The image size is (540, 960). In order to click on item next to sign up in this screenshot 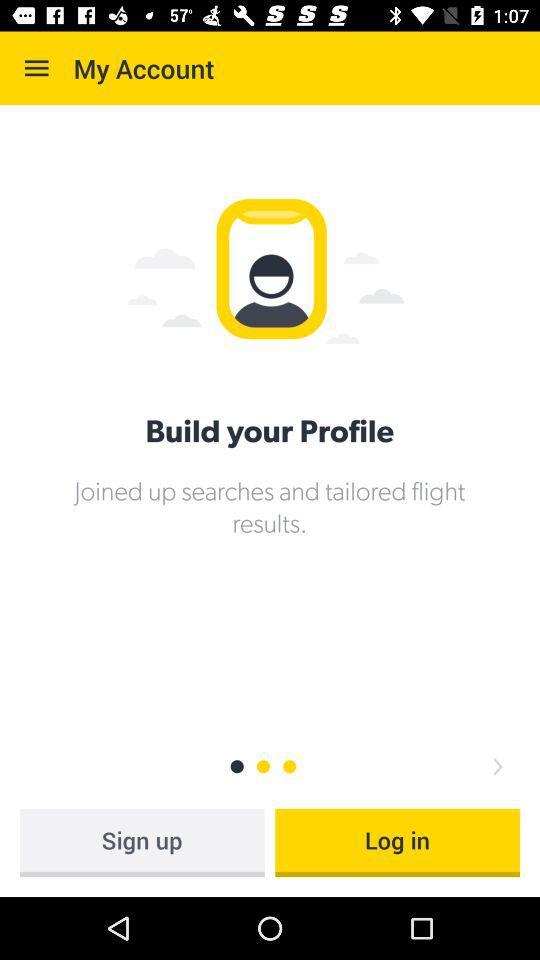, I will do `click(397, 841)`.